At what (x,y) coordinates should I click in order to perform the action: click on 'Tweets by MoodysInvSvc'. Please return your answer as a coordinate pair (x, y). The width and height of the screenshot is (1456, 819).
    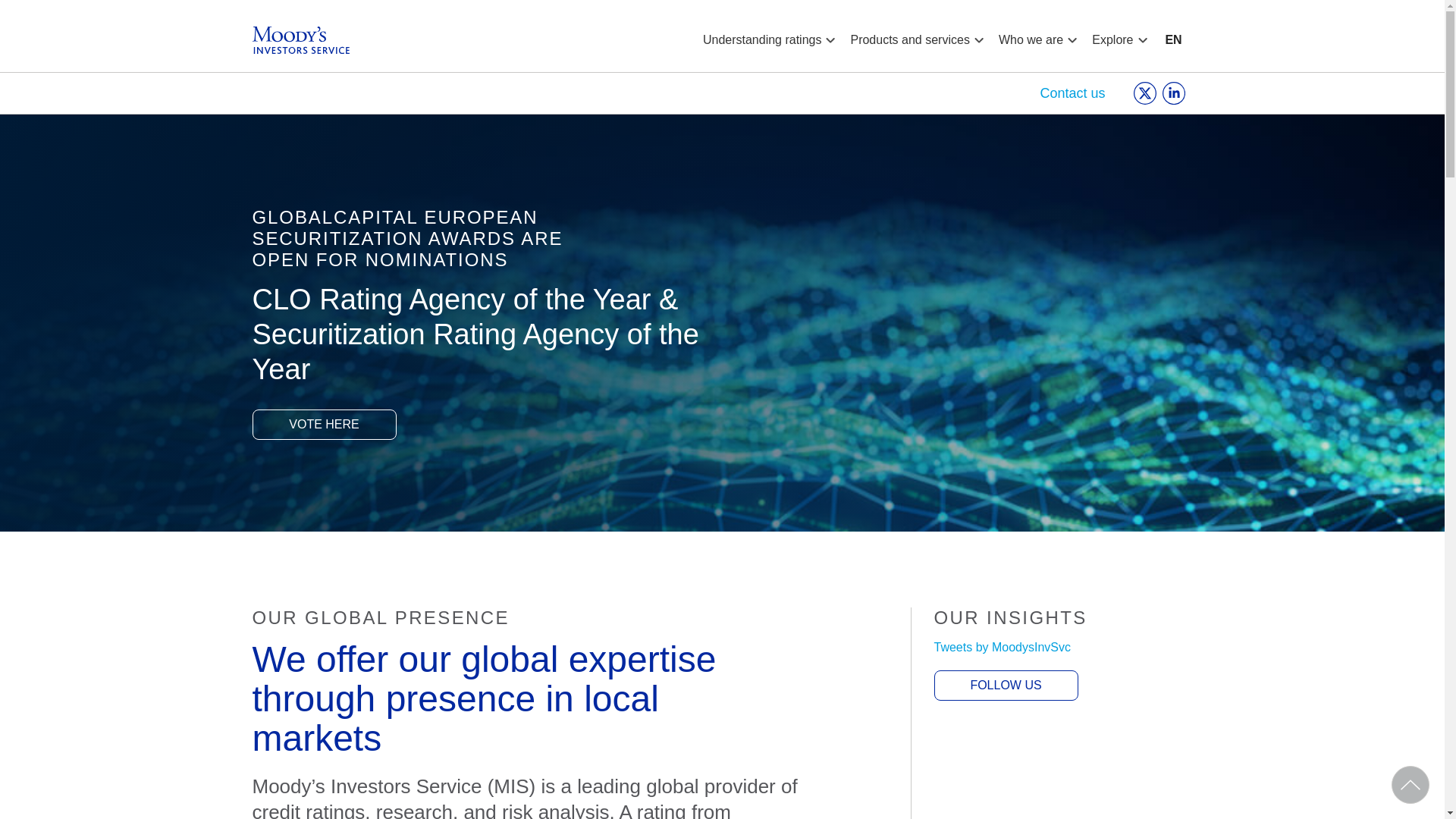
    Looking at the image, I should click on (1003, 647).